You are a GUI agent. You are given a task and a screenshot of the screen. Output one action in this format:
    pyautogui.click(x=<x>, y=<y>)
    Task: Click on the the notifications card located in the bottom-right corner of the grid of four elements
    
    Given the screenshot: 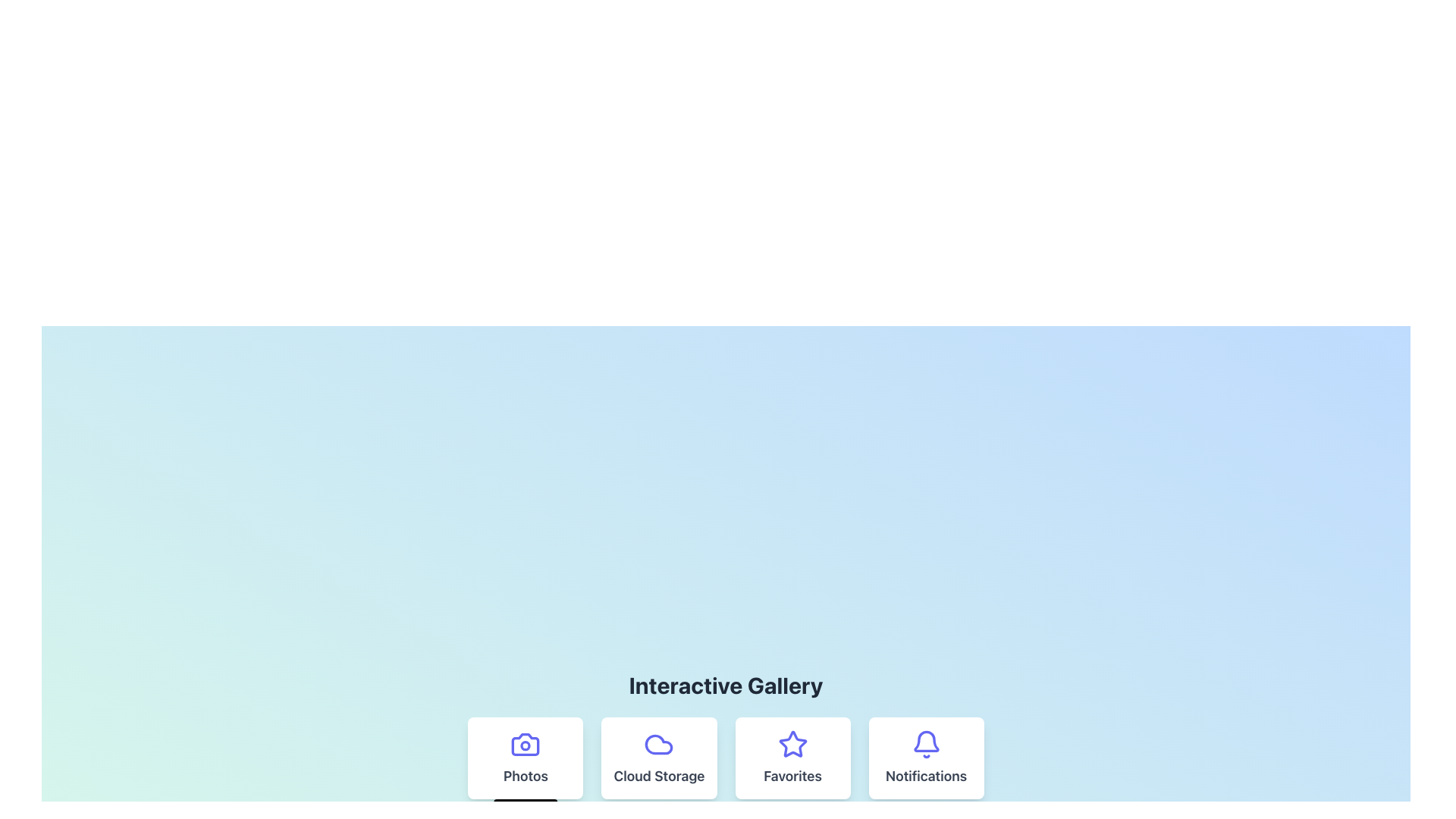 What is the action you would take?
    pyautogui.click(x=925, y=758)
    